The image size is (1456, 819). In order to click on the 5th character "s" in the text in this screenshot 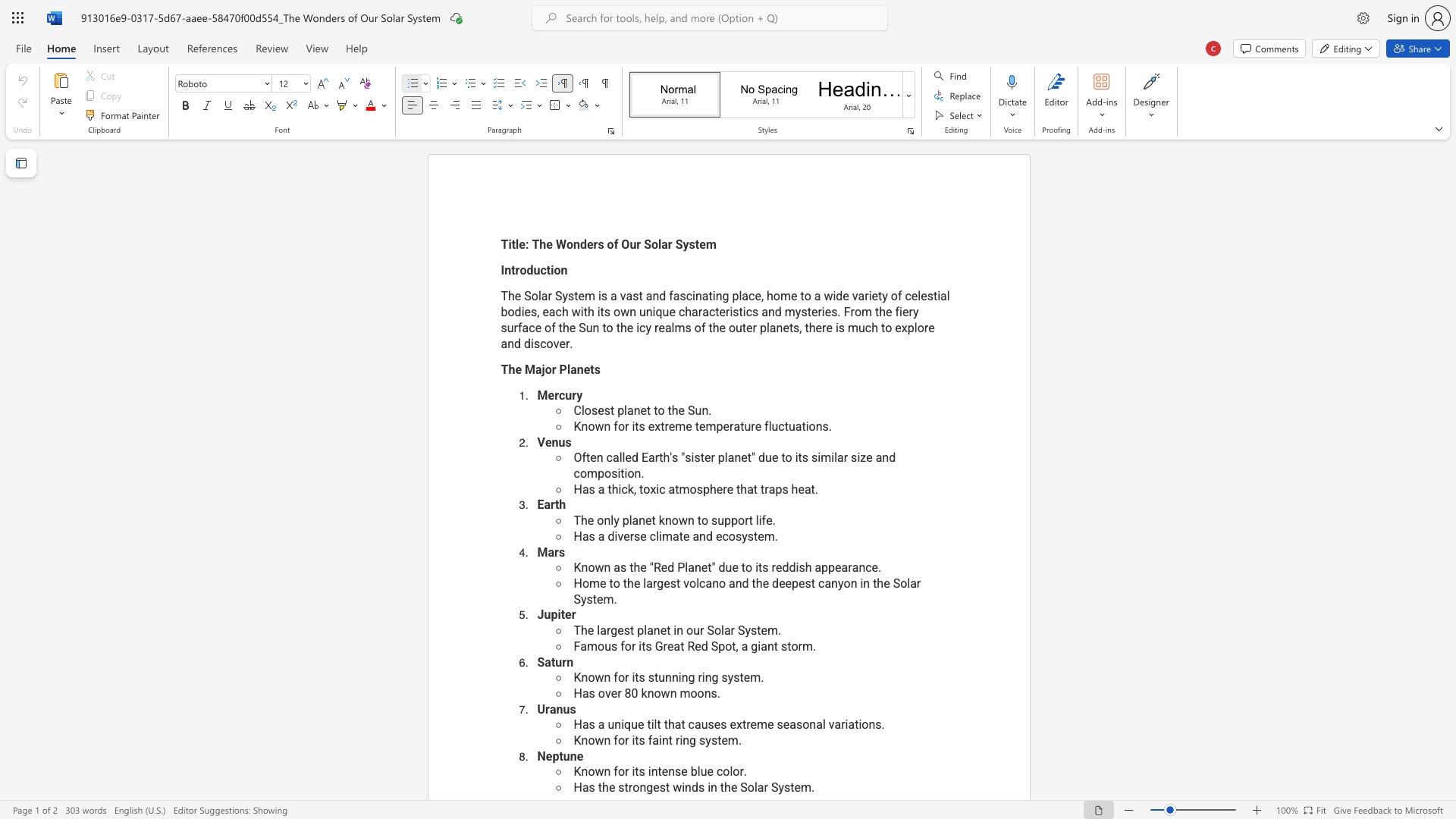, I will do `click(799, 723)`.